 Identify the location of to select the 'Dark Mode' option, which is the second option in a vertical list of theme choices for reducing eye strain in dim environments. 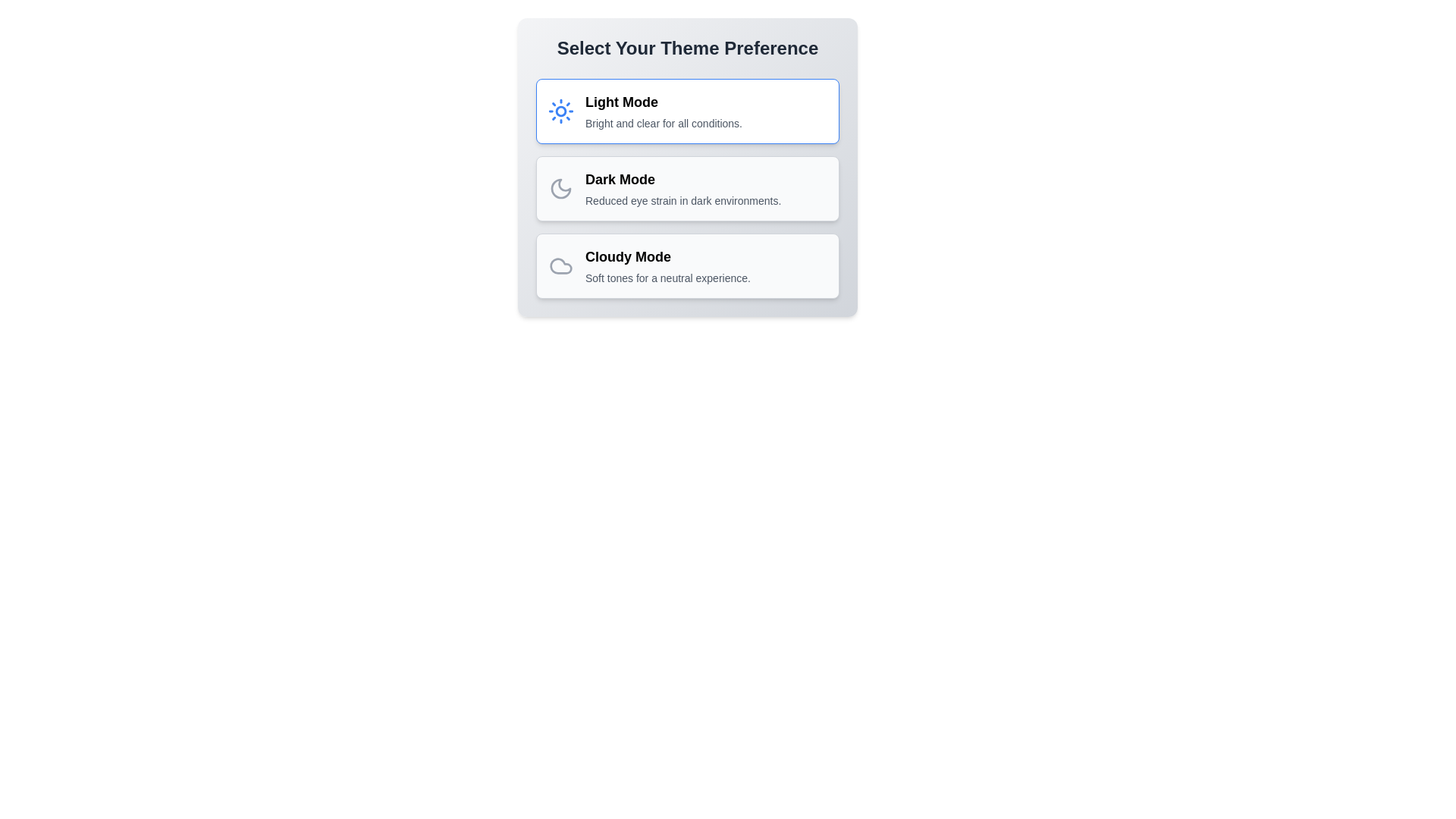
(687, 167).